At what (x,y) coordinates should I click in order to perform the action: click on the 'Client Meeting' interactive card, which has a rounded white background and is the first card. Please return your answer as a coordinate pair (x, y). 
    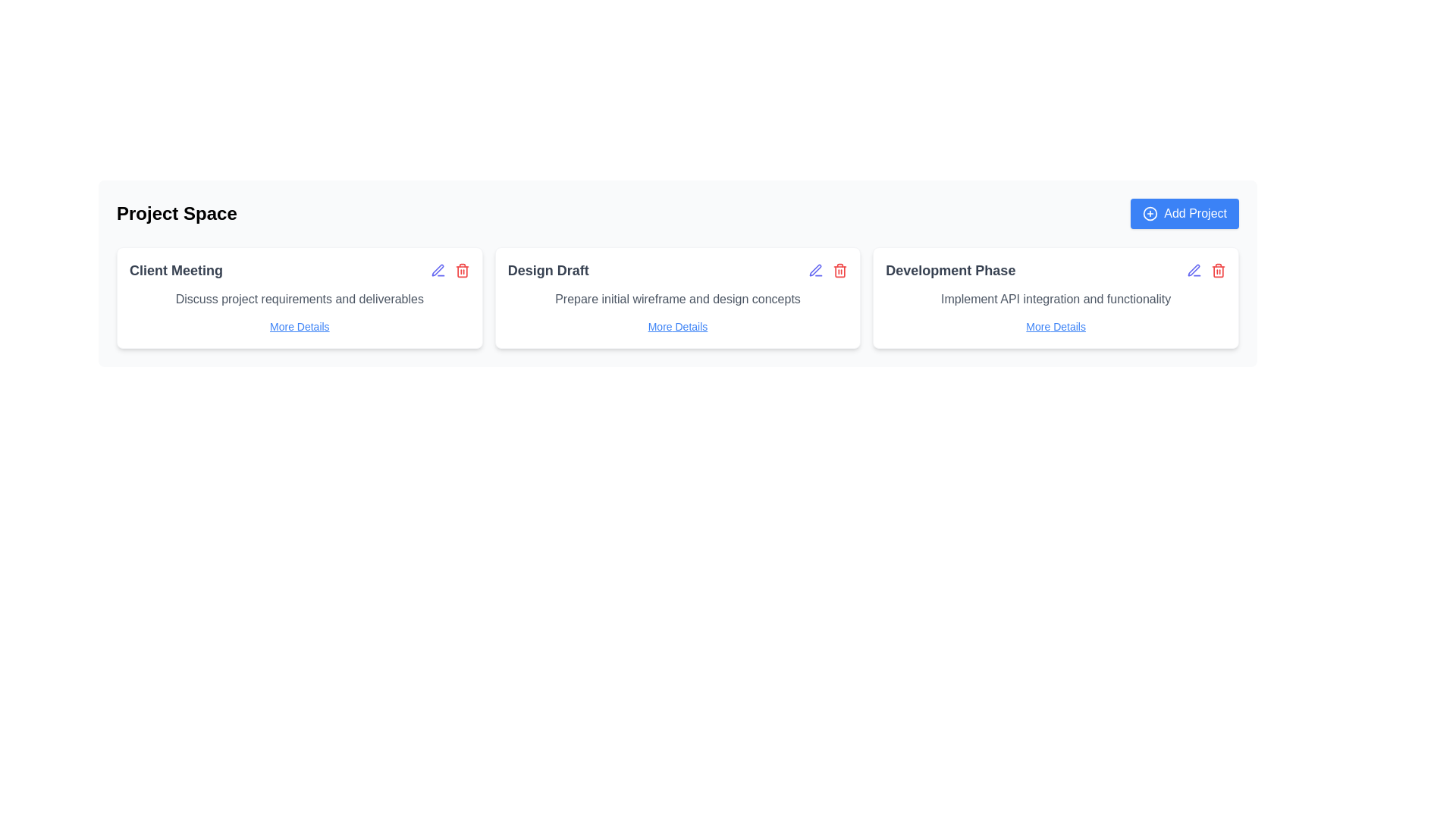
    Looking at the image, I should click on (299, 298).